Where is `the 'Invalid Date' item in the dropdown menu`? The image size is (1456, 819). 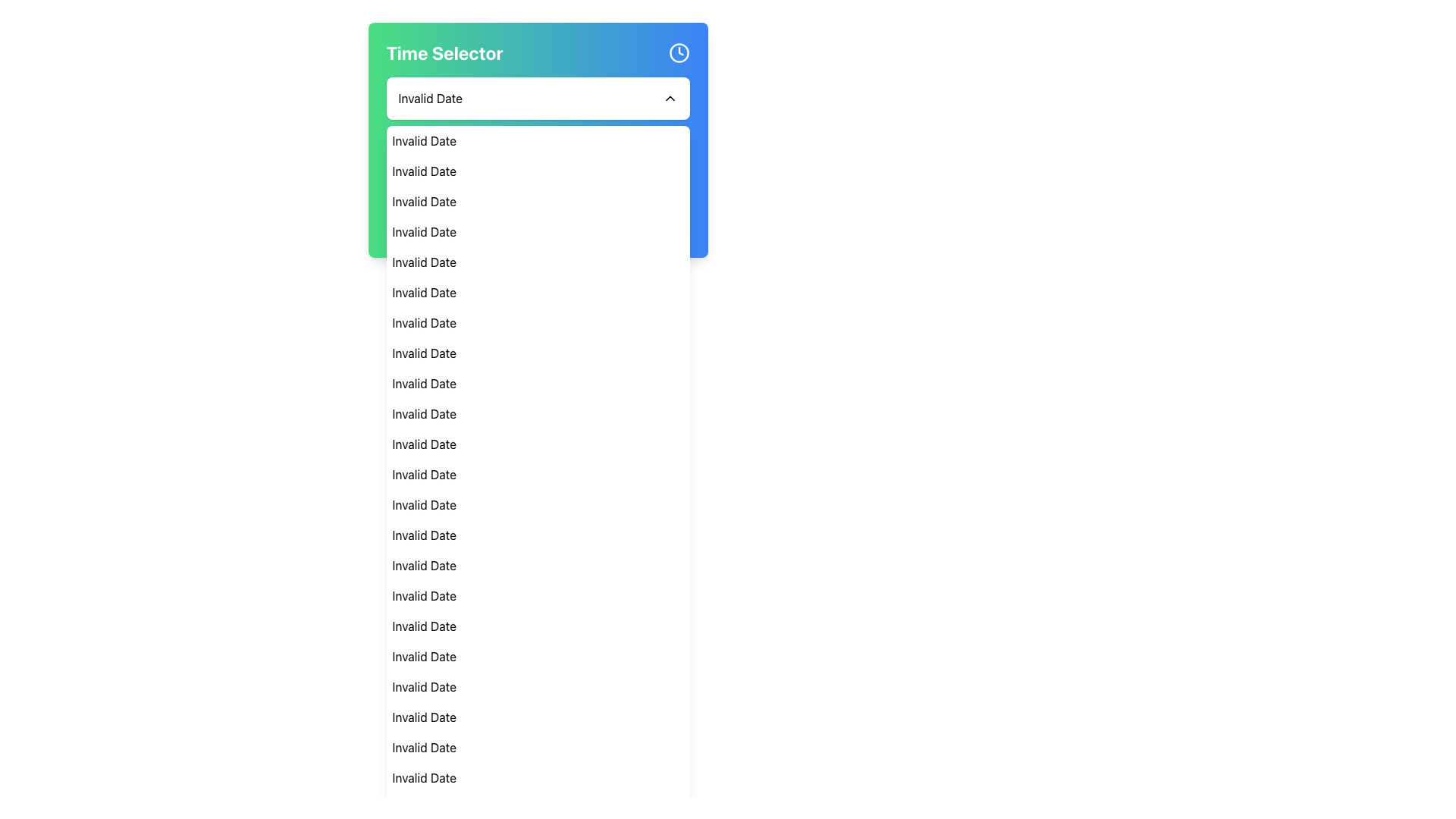 the 'Invalid Date' item in the dropdown menu is located at coordinates (538, 414).